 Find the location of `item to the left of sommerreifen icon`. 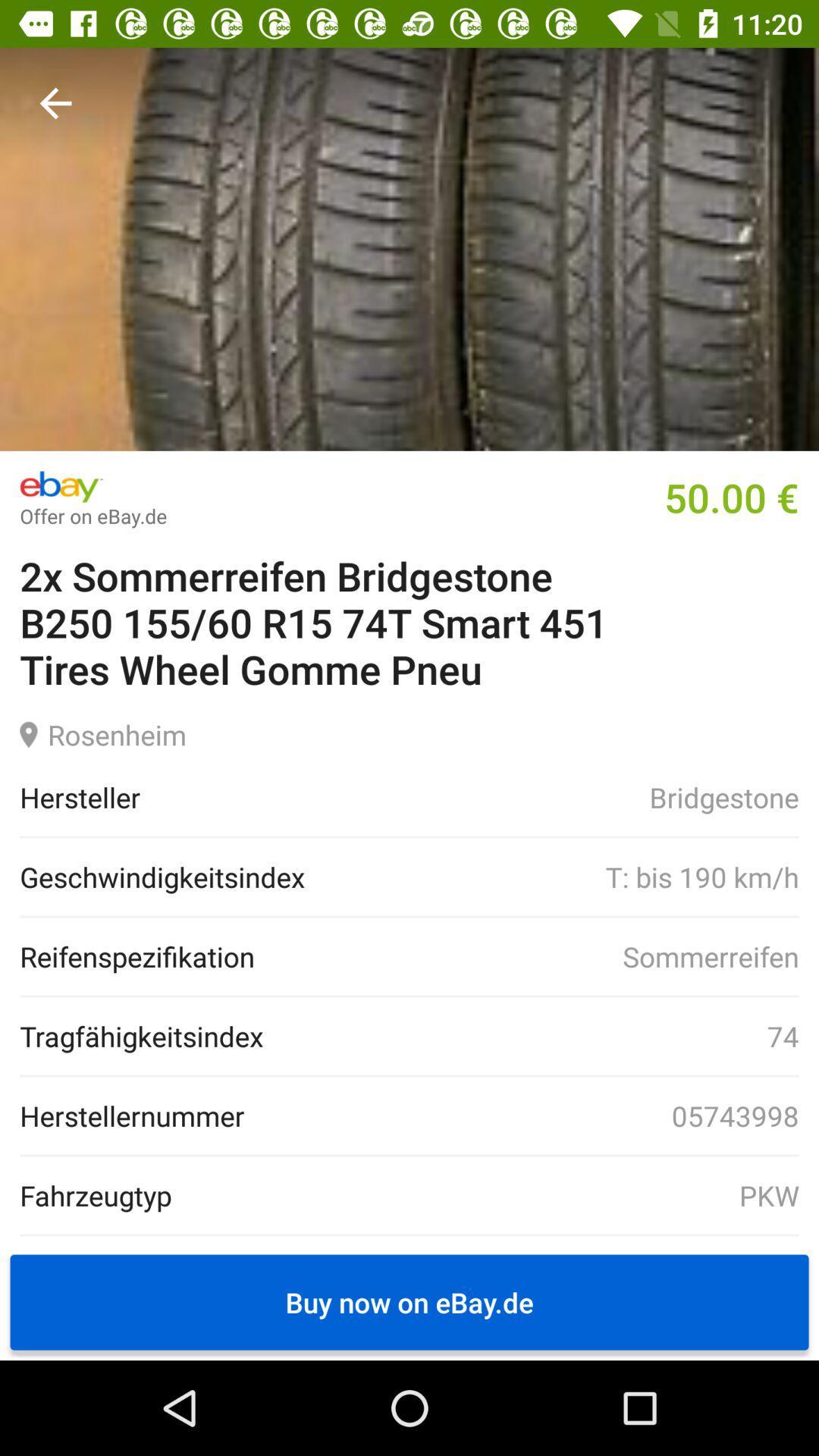

item to the left of sommerreifen icon is located at coordinates (137, 955).